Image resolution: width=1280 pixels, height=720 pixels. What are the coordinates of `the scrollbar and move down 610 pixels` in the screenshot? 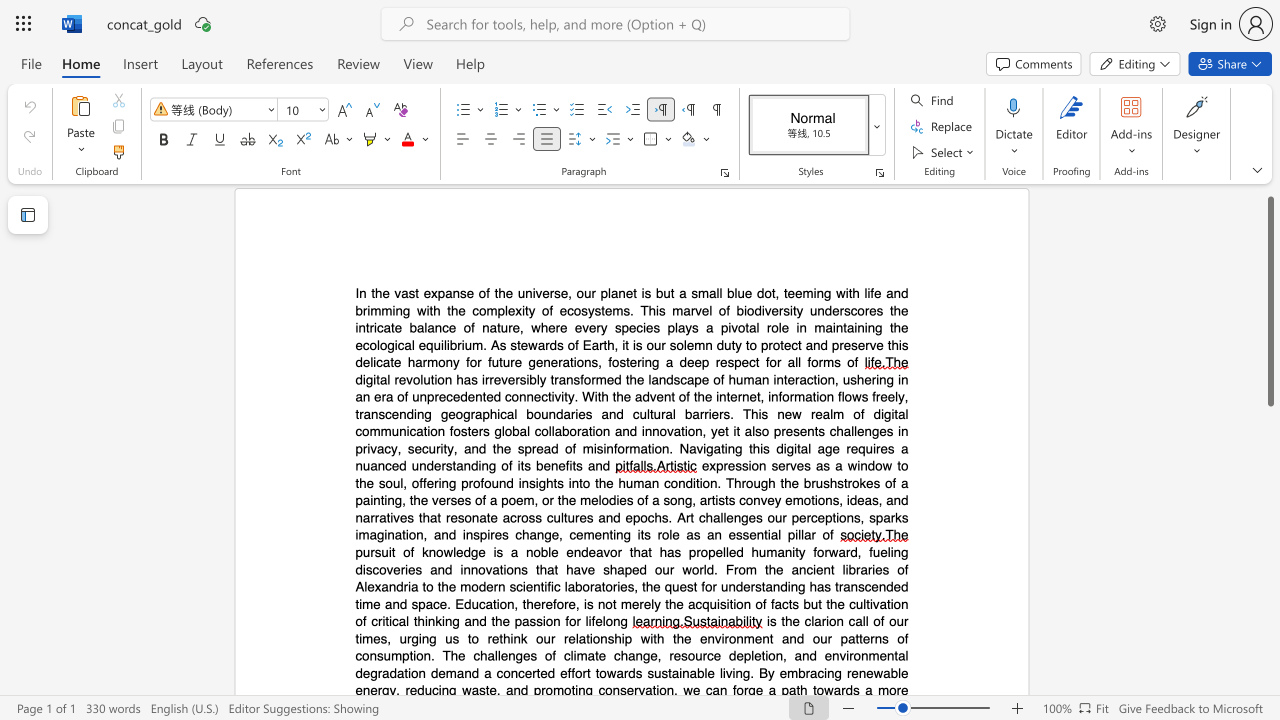 It's located at (1269, 301).